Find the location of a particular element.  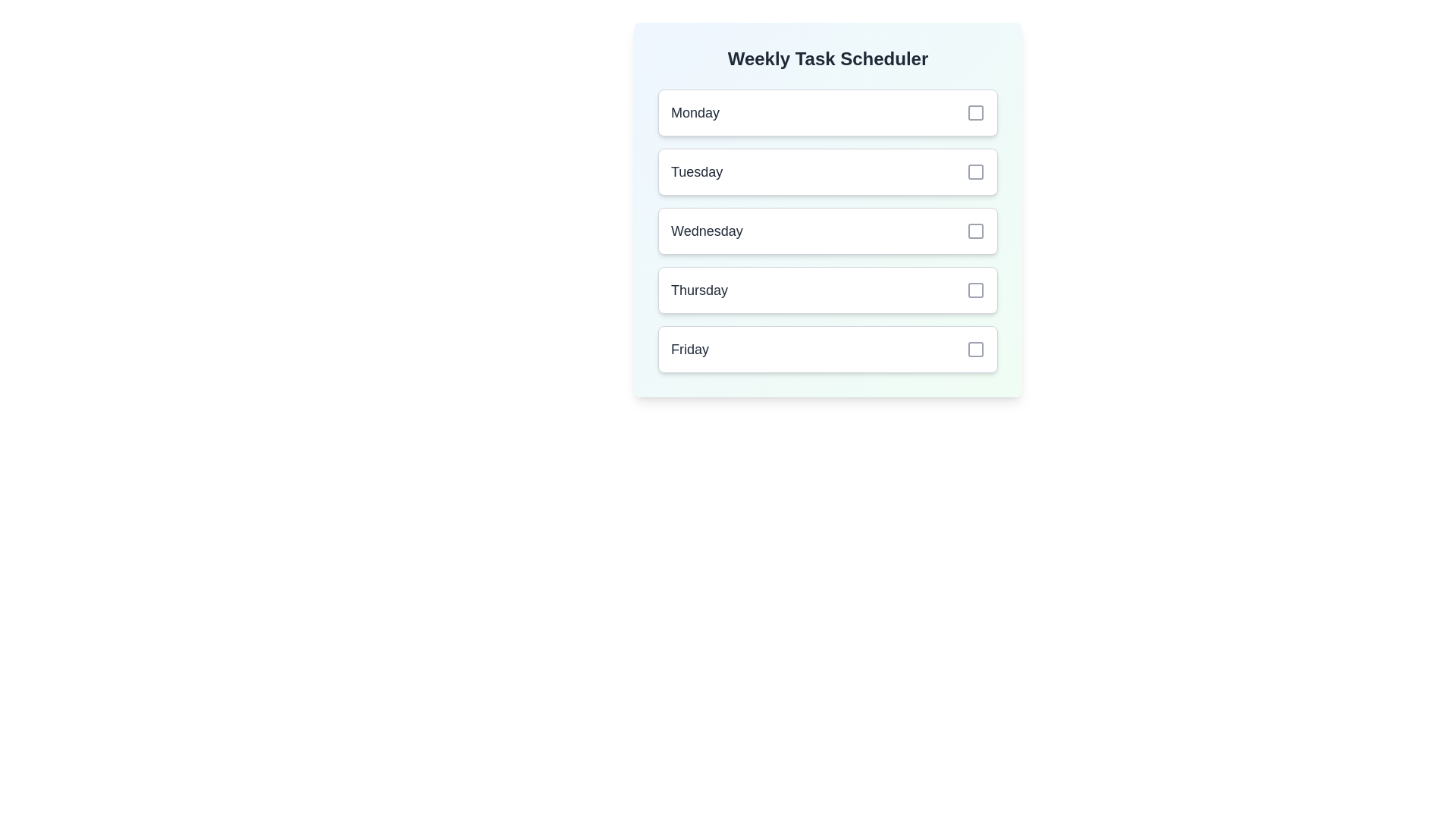

the day Wednesday to view its details is located at coordinates (827, 231).